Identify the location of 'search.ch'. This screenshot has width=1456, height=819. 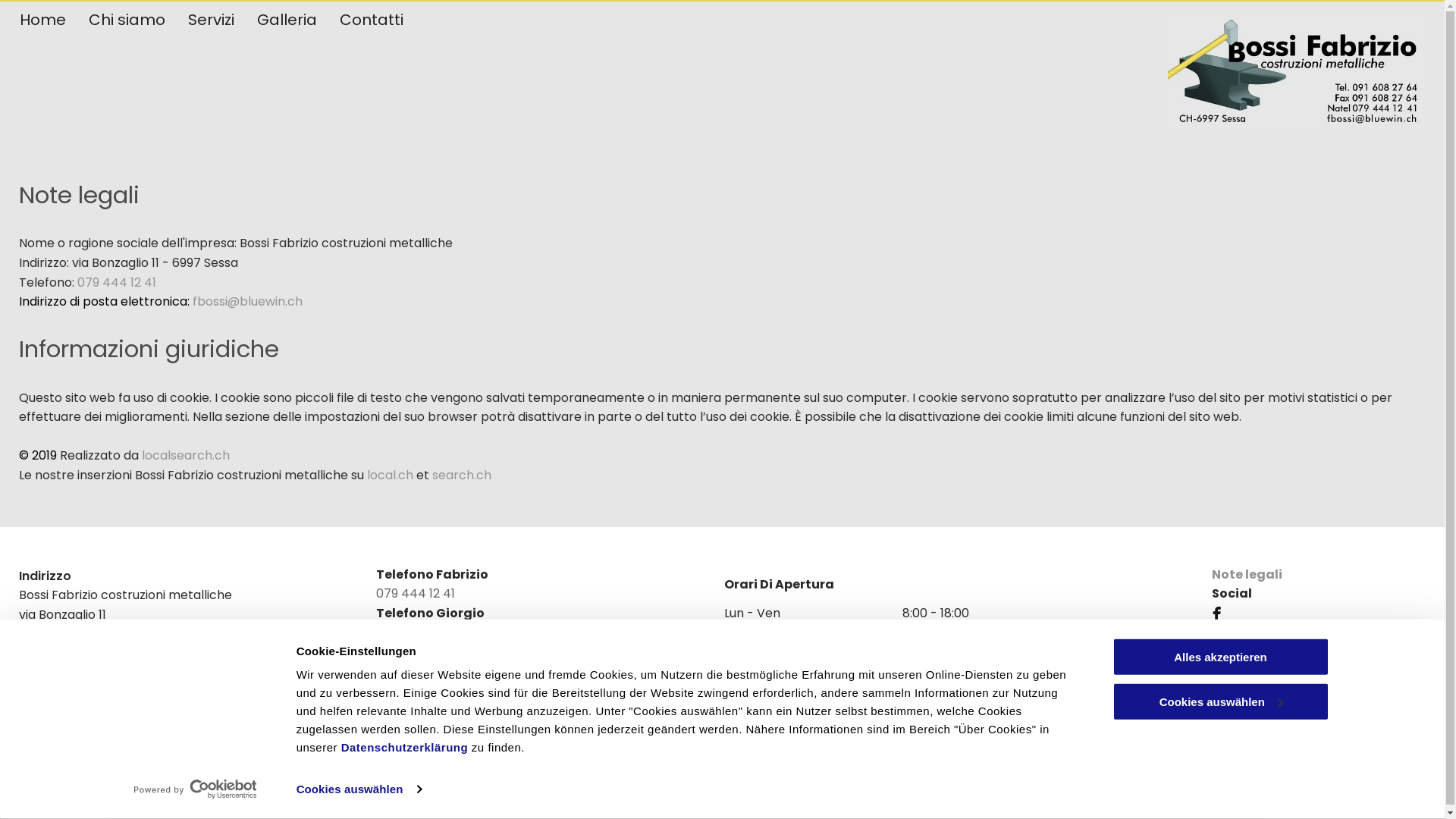
(461, 474).